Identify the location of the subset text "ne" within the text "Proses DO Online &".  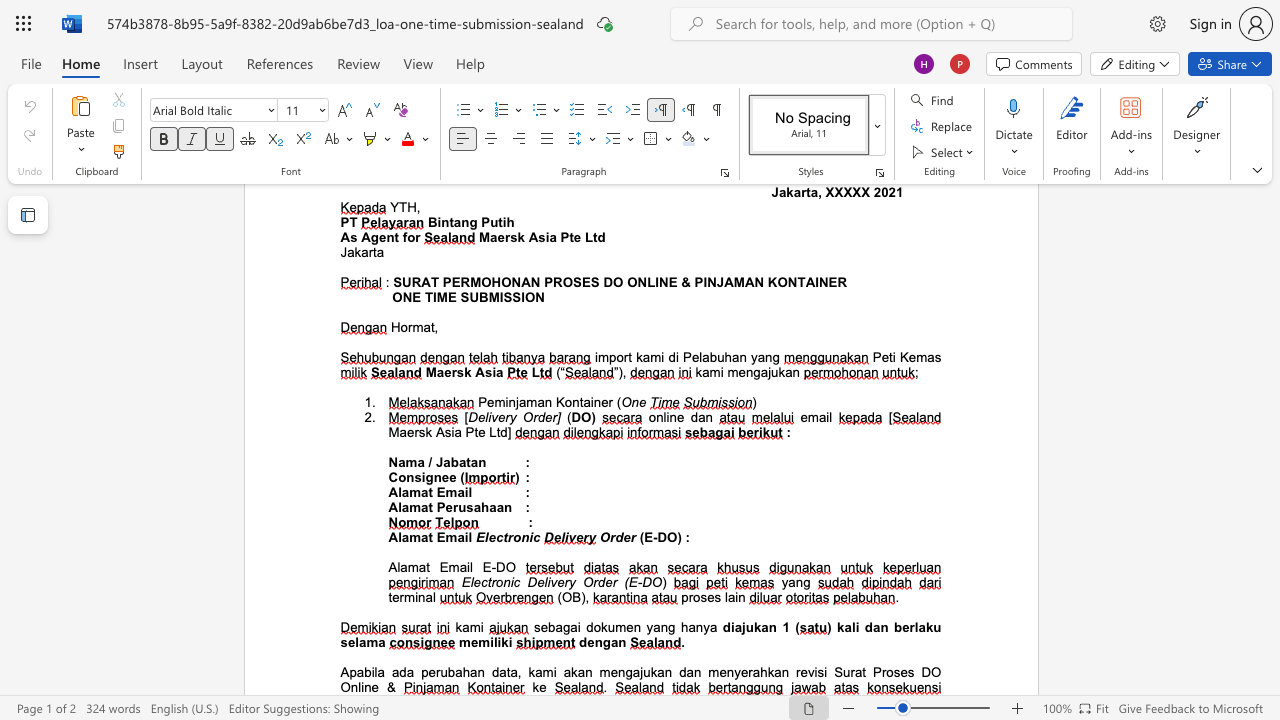
(364, 686).